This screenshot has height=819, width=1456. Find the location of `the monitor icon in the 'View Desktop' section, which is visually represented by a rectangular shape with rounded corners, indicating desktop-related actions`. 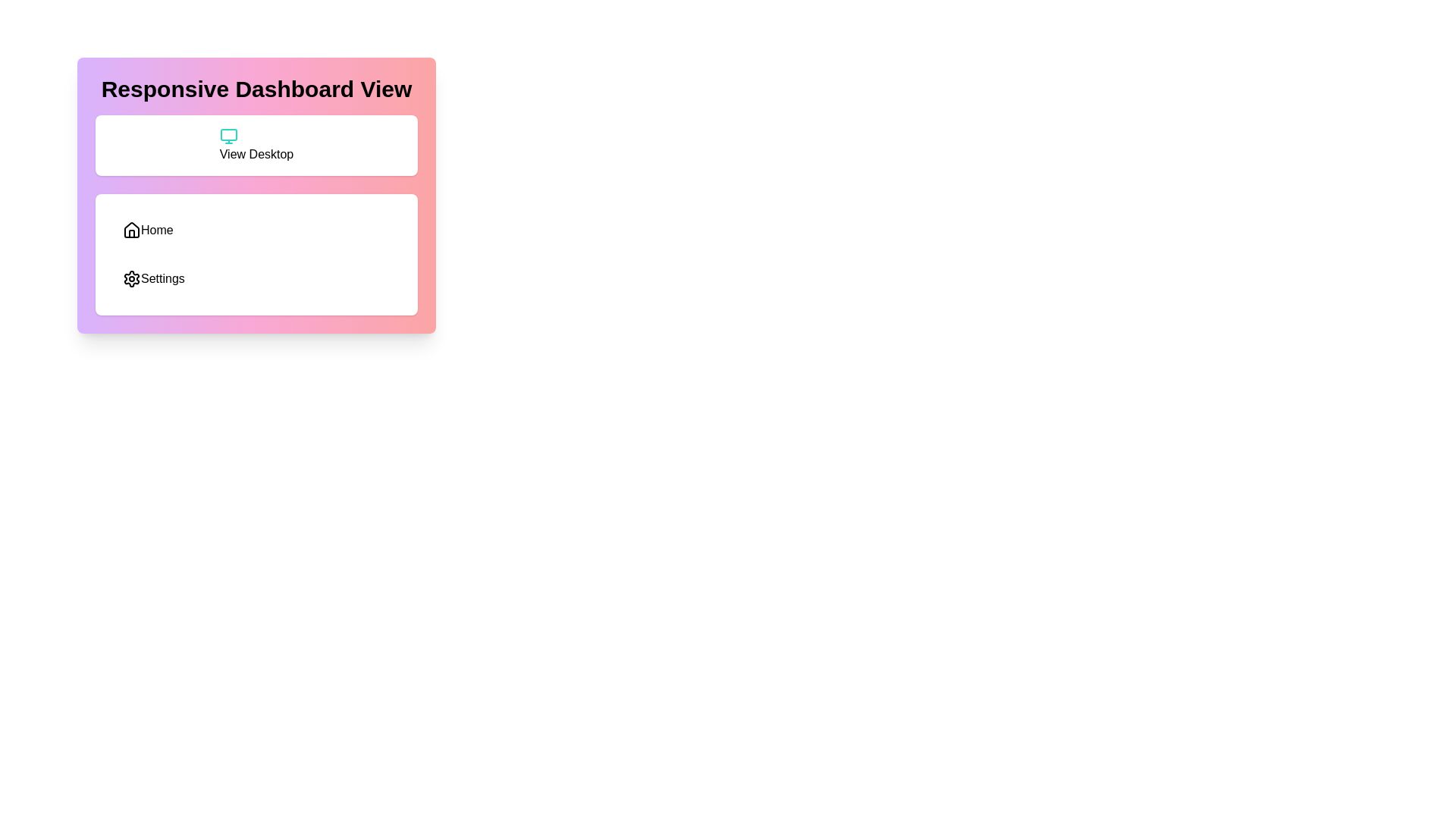

the monitor icon in the 'View Desktop' section, which is visually represented by a rectangular shape with rounded corners, indicating desktop-related actions is located at coordinates (227, 133).